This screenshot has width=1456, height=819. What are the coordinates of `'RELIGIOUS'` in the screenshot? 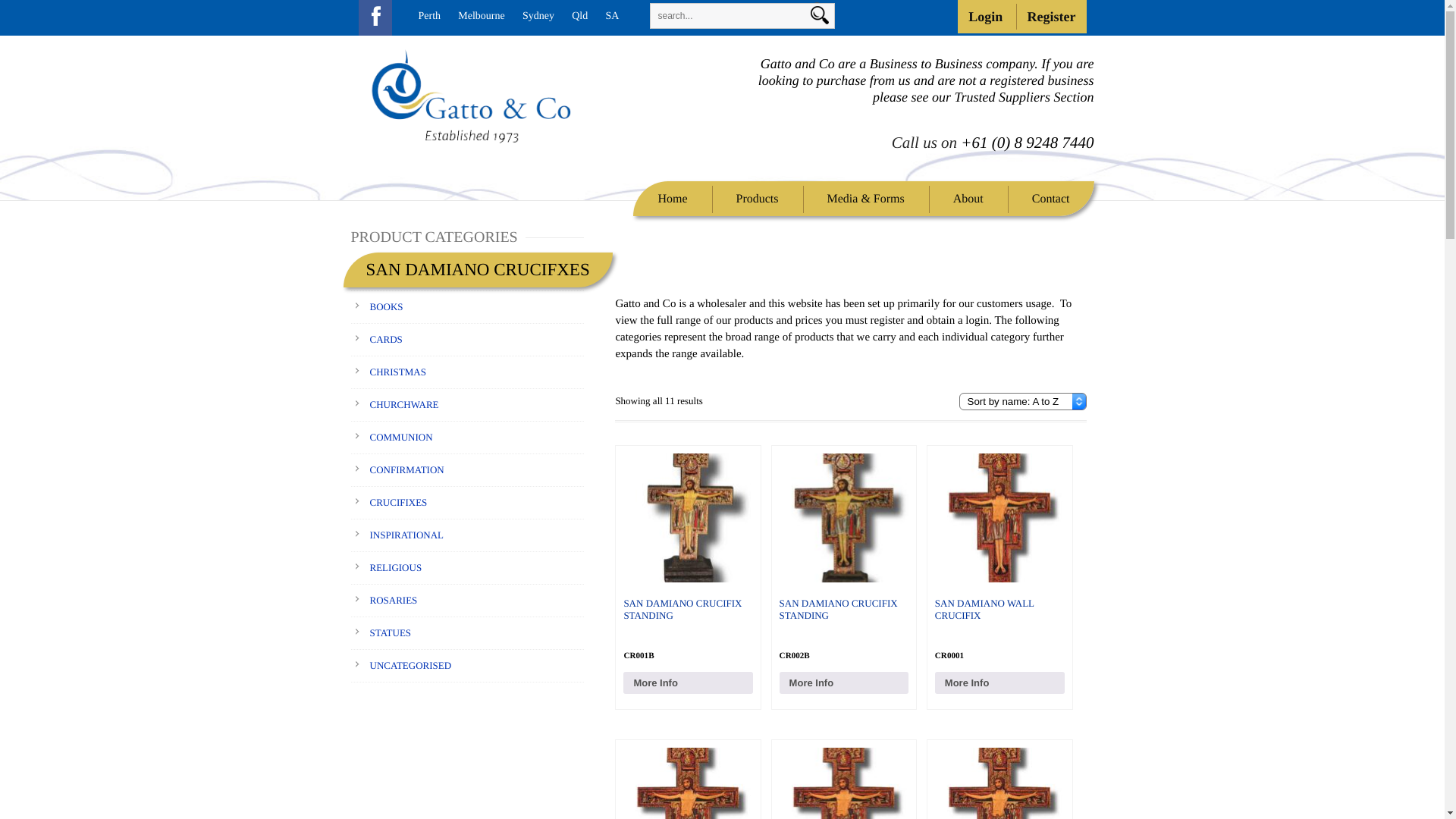 It's located at (396, 567).